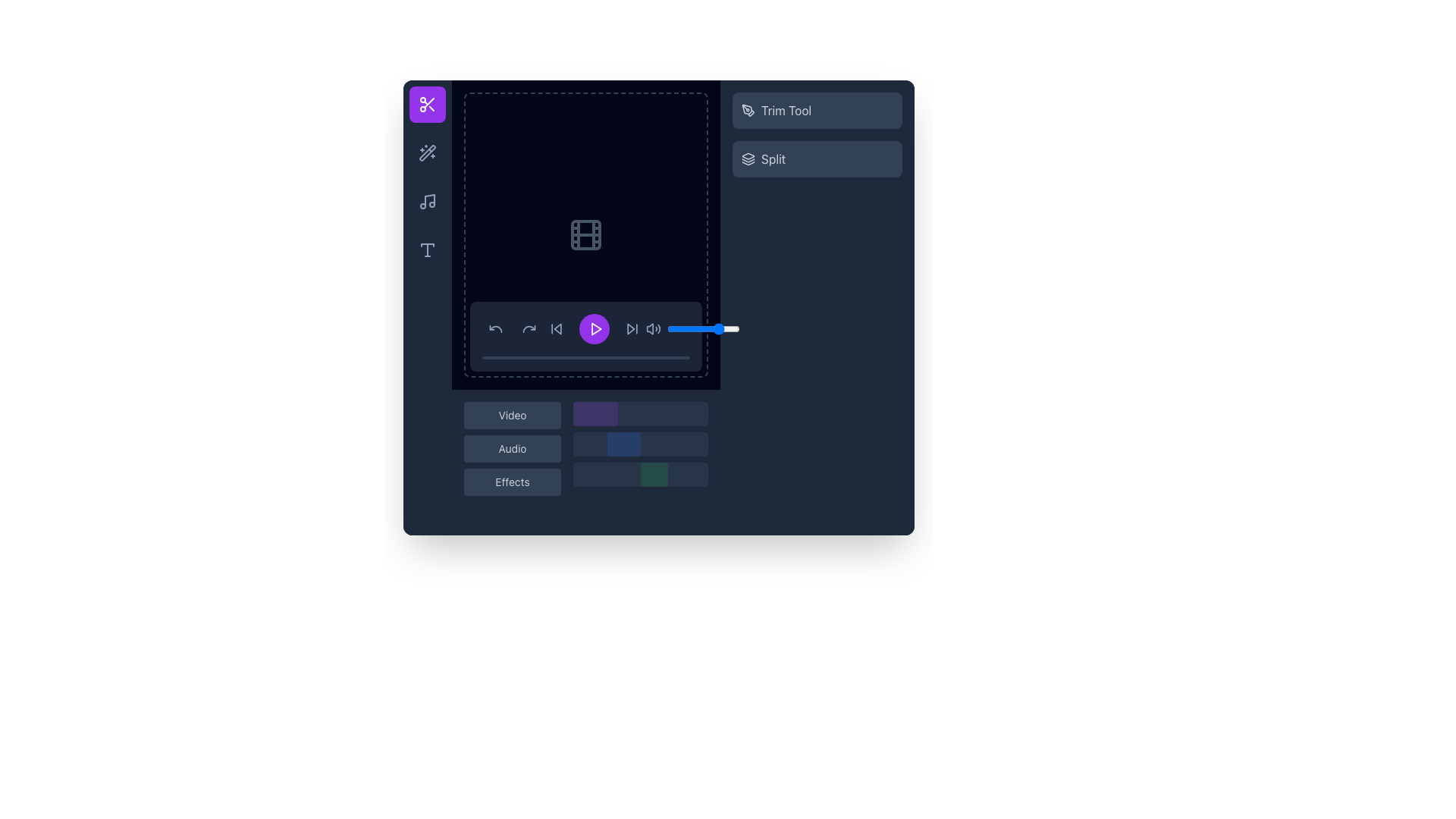 This screenshot has width=1456, height=819. I want to click on the 'Effects' button, which is the third button from the top in a vertical stack of three buttons ('Video', 'Audio', and 'Effects'), so click(513, 482).